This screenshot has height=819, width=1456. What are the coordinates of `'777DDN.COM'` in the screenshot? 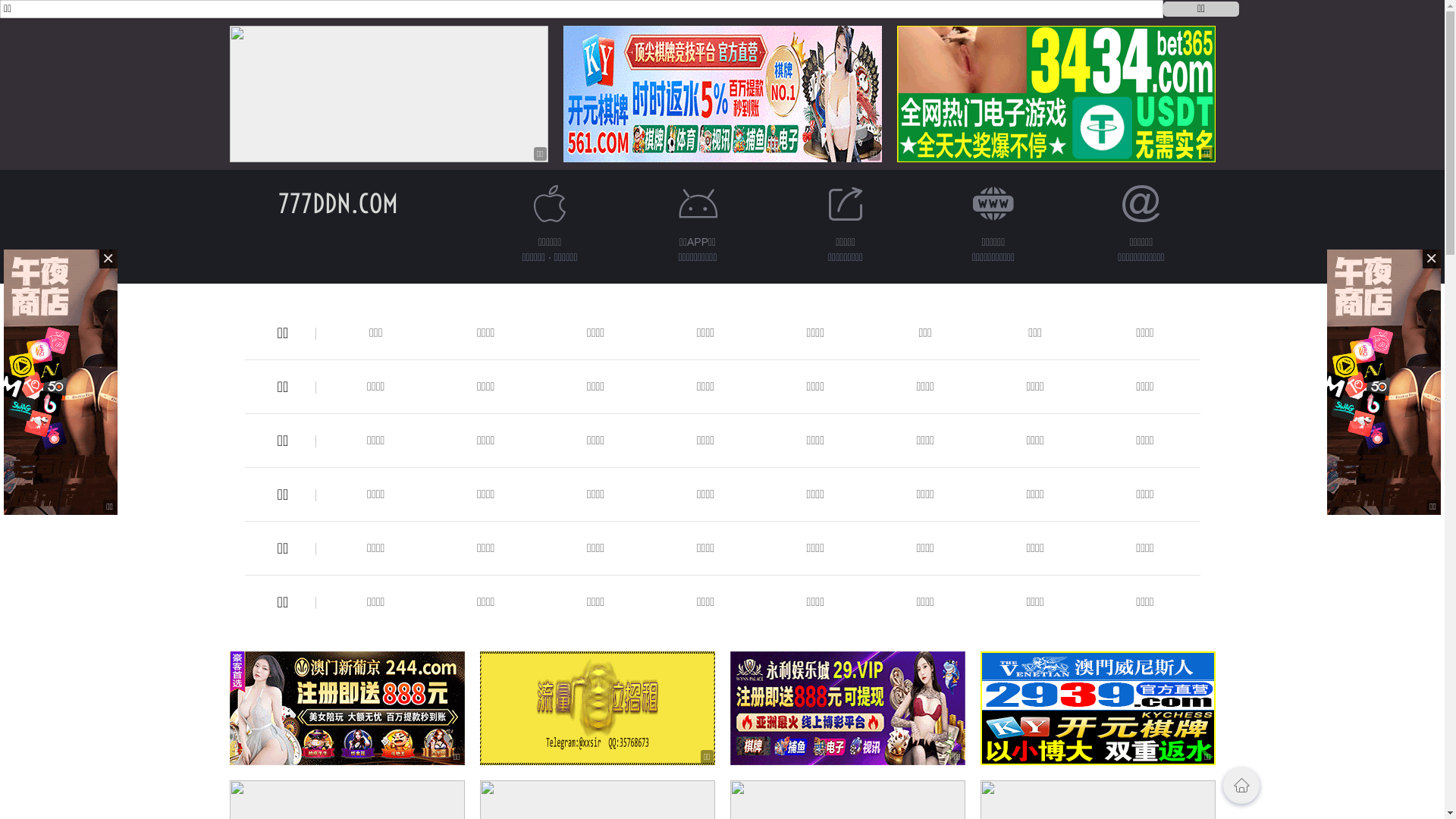 It's located at (337, 202).